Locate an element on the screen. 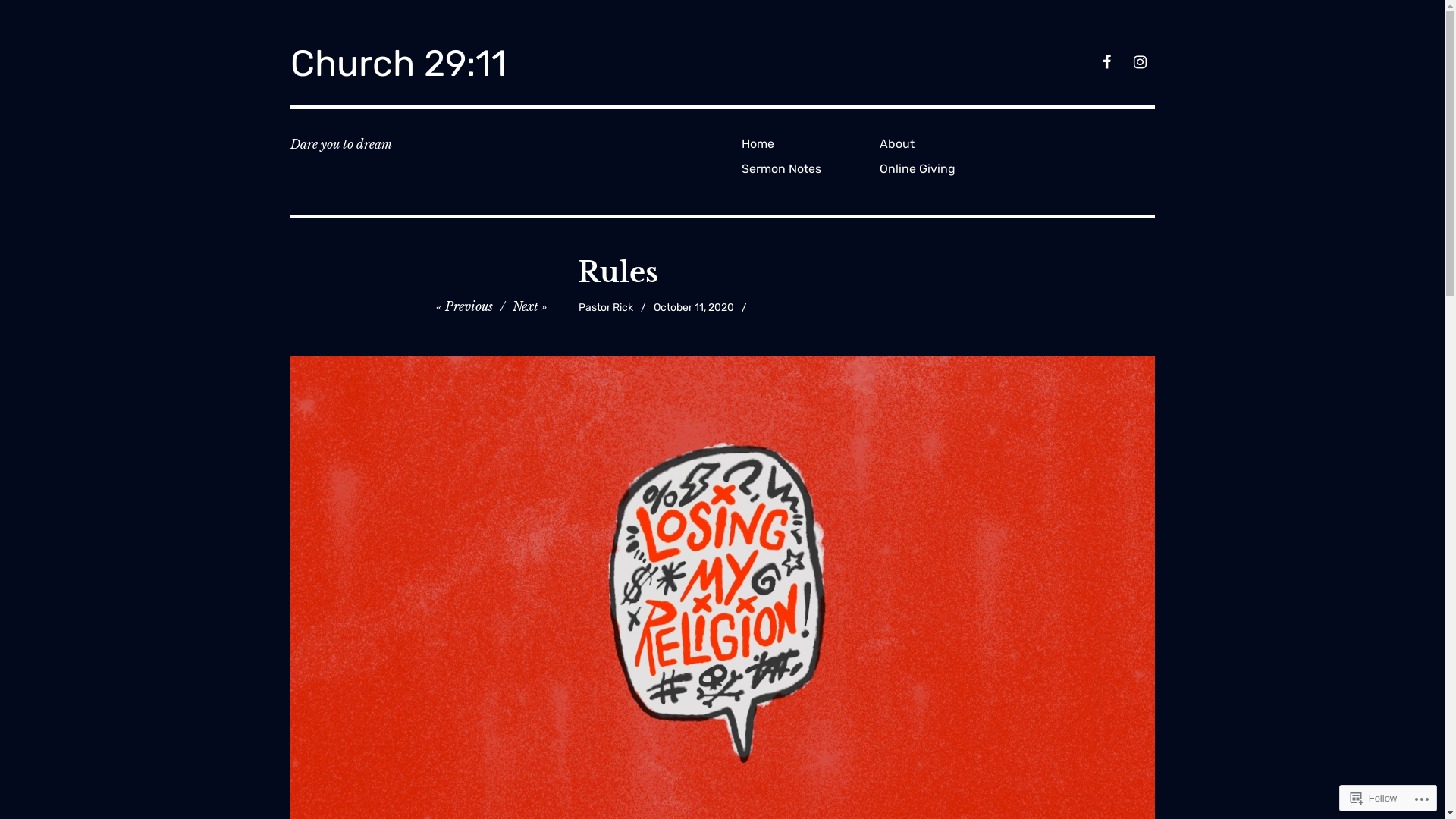 This screenshot has height=819, width=1456. 'Instagram' is located at coordinates (1139, 63).